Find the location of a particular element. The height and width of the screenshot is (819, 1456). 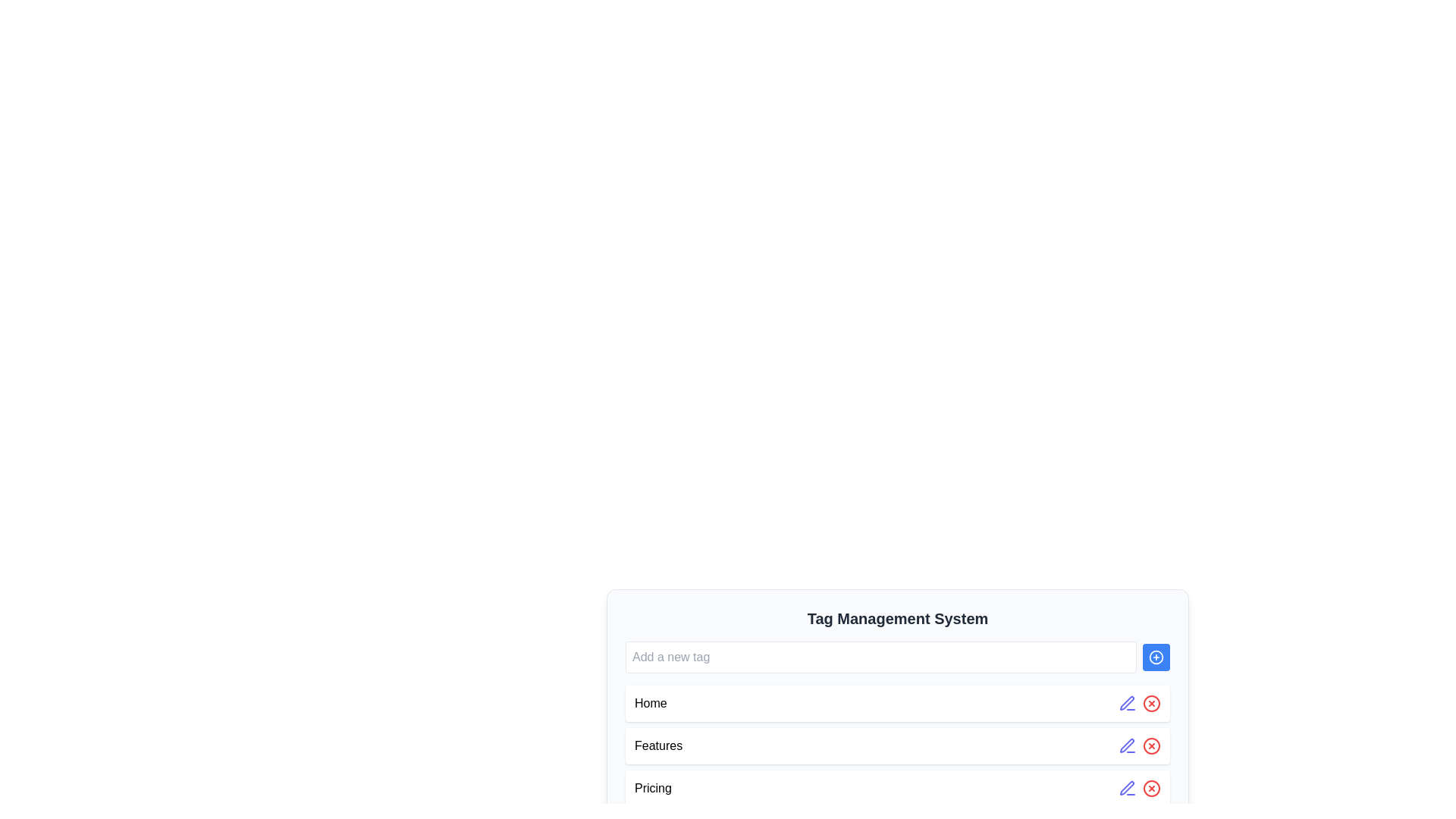

the 'Add a tag' button located near the right end of the input field labeled 'Add a new tag' is located at coordinates (1156, 657).